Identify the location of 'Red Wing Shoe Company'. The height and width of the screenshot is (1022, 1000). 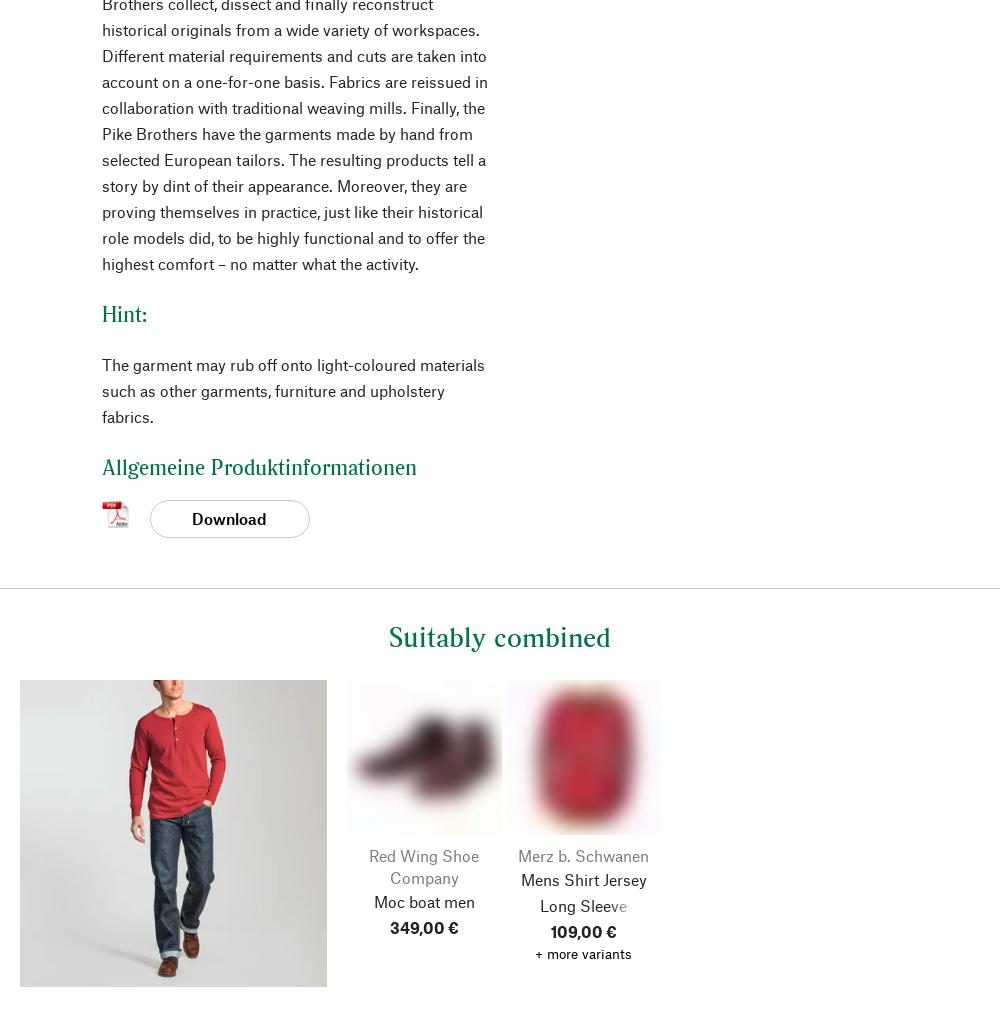
(424, 866).